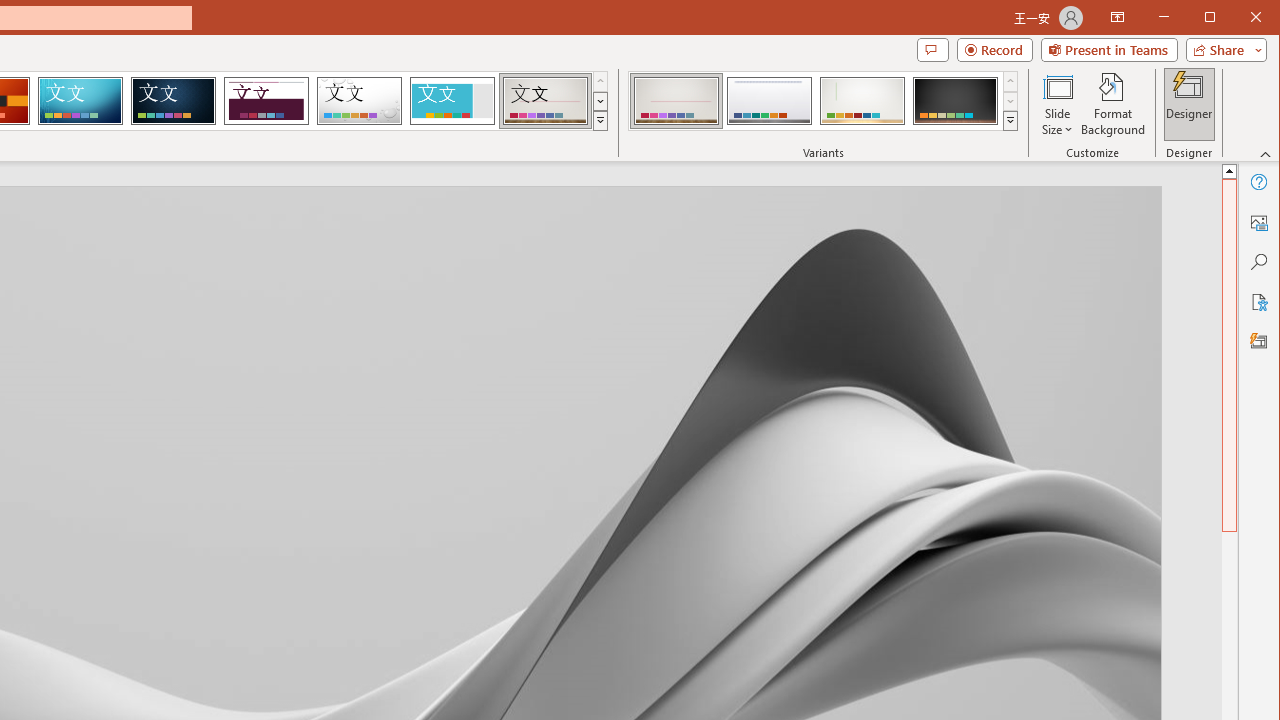 The image size is (1280, 720). I want to click on 'Slide Size', so click(1056, 104).